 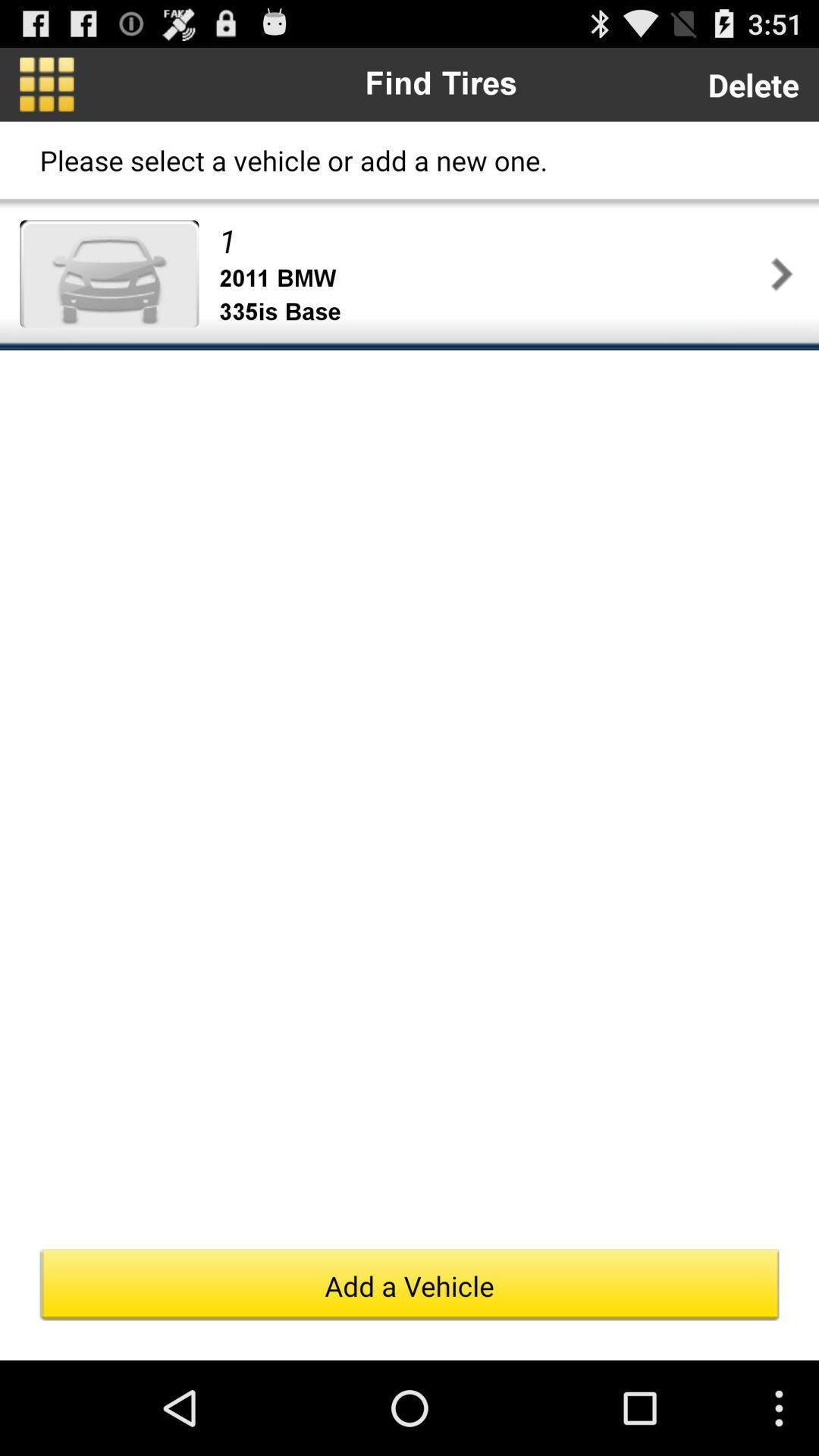 I want to click on delete app, so click(x=753, y=83).